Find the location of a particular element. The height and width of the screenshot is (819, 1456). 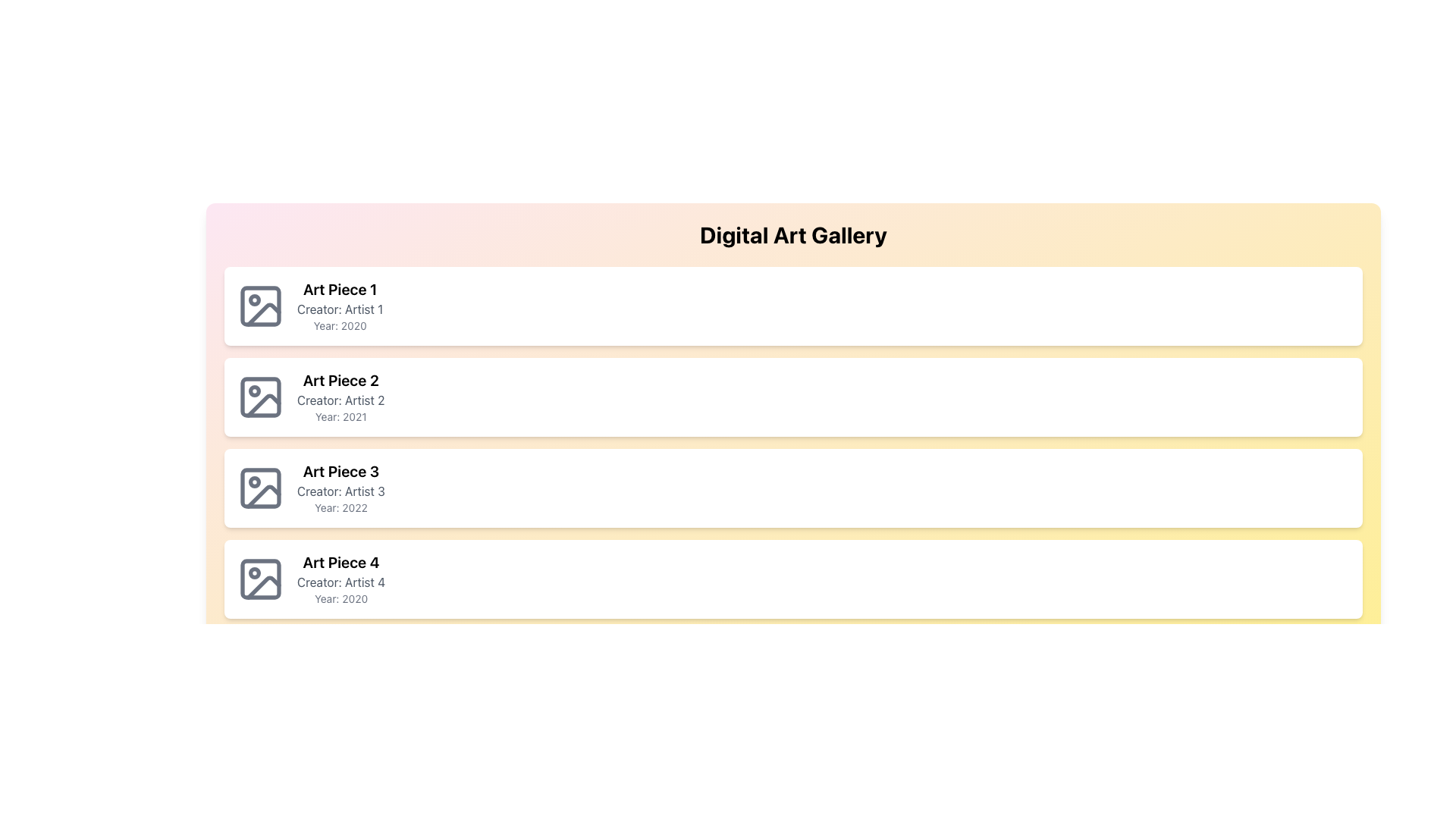

displayed text from the text block titled 'Art Piece 3', which includes the creator and year information is located at coordinates (340, 488).